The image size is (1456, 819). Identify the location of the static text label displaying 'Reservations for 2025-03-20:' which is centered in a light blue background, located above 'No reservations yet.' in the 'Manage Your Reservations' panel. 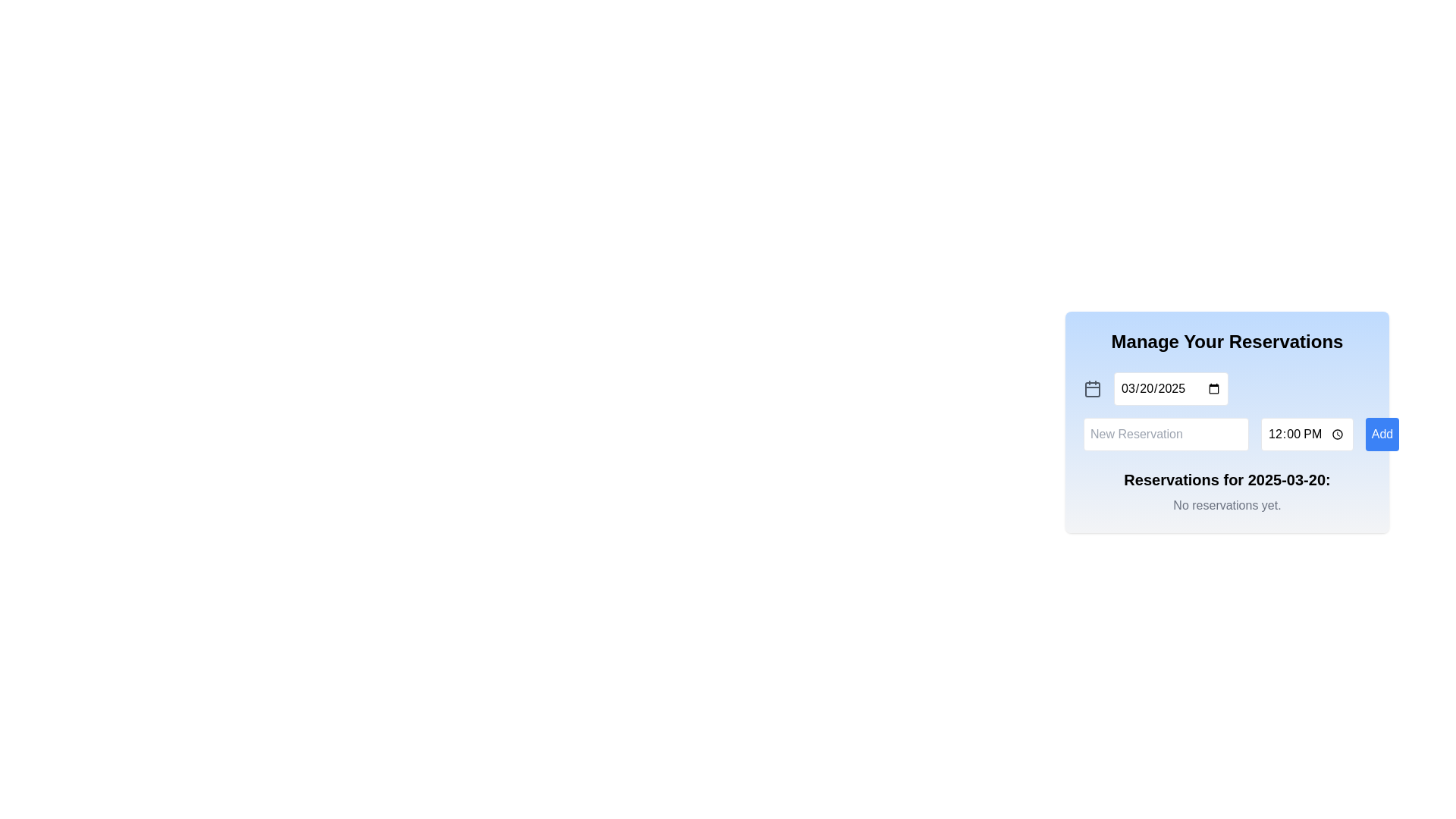
(1227, 479).